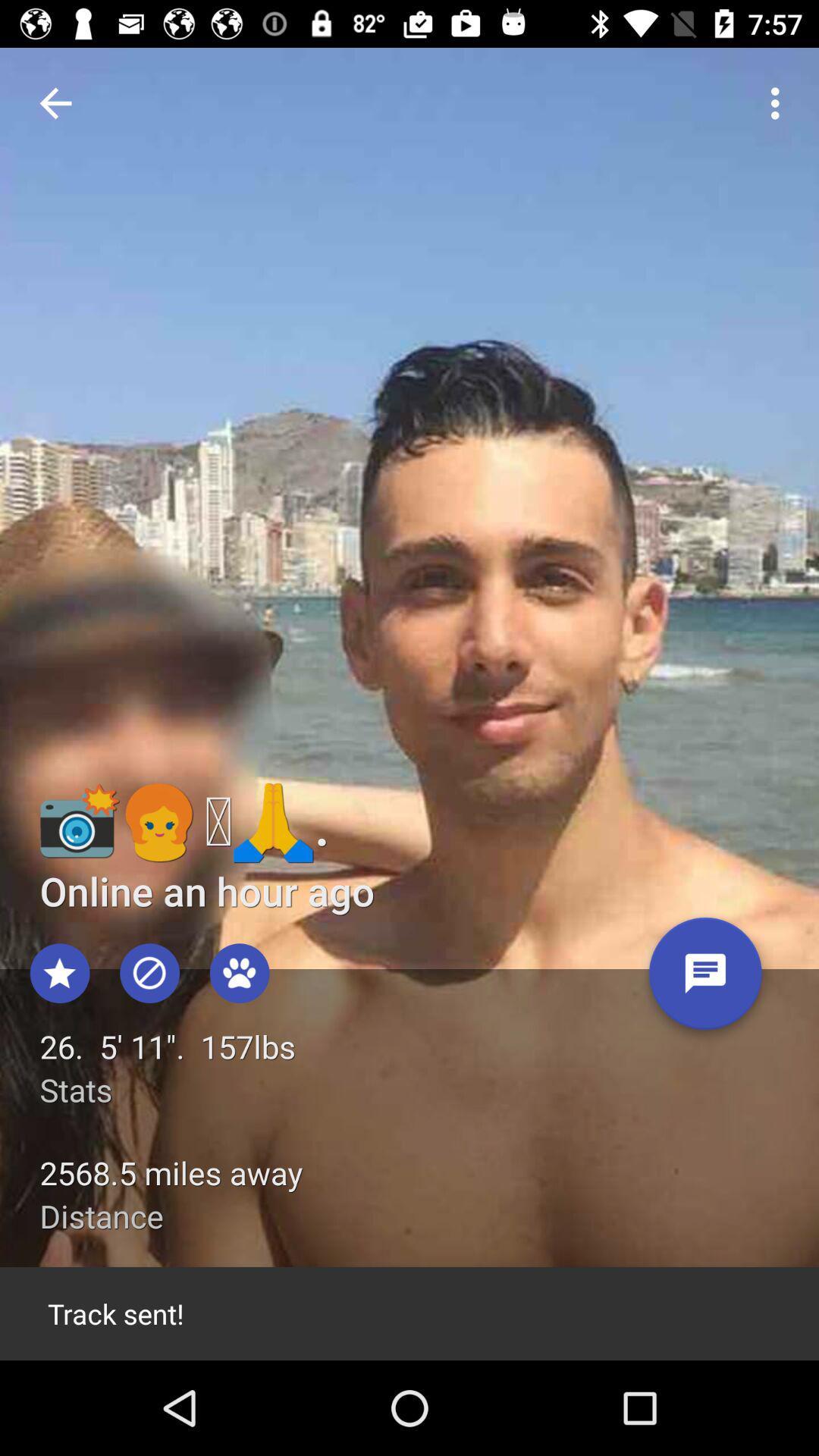 This screenshot has height=1456, width=819. I want to click on the icon at the bottom right corner, so click(705, 979).